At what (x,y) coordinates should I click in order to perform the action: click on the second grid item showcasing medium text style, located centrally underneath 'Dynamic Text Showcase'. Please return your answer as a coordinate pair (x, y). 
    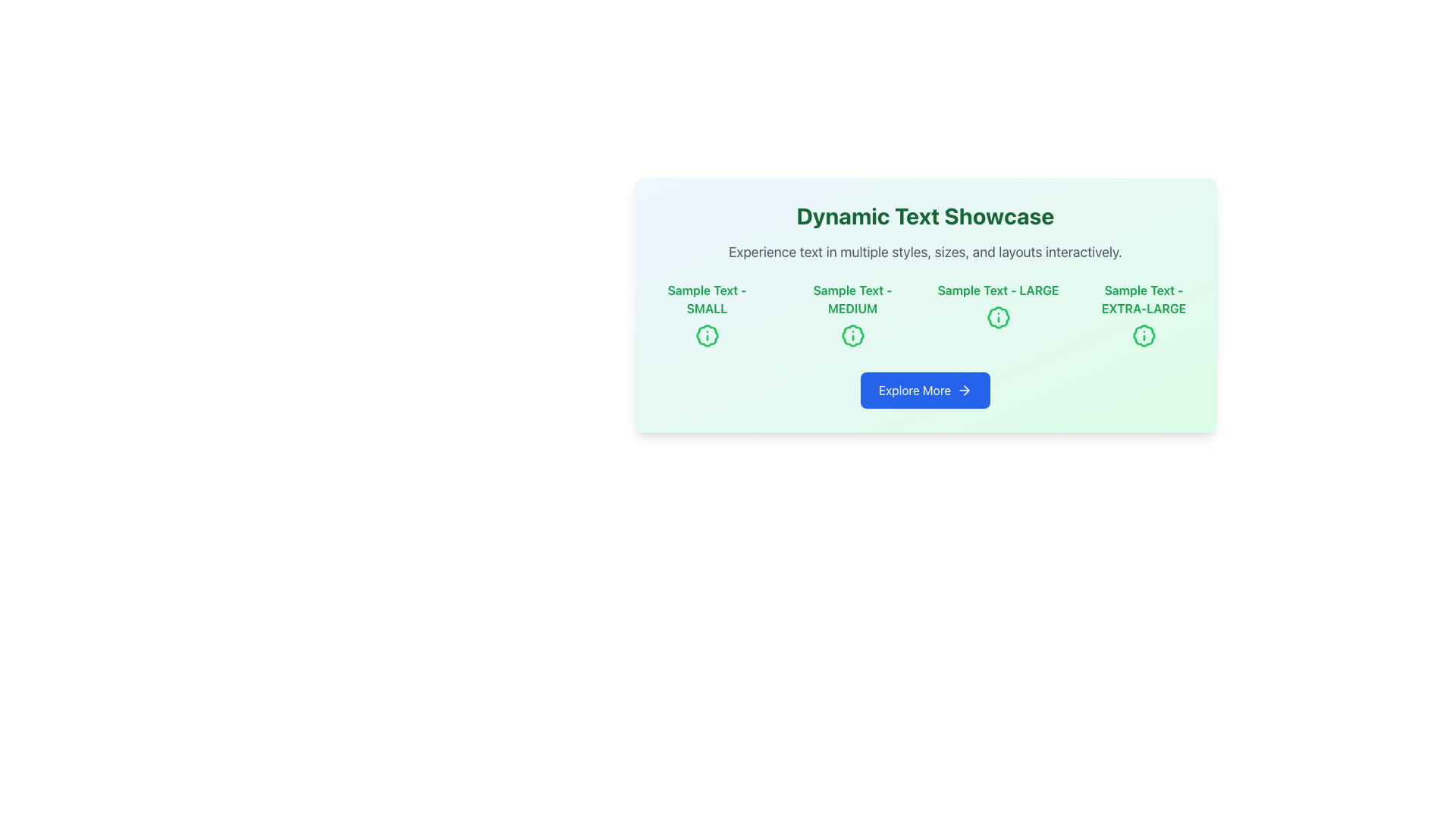
    Looking at the image, I should click on (852, 314).